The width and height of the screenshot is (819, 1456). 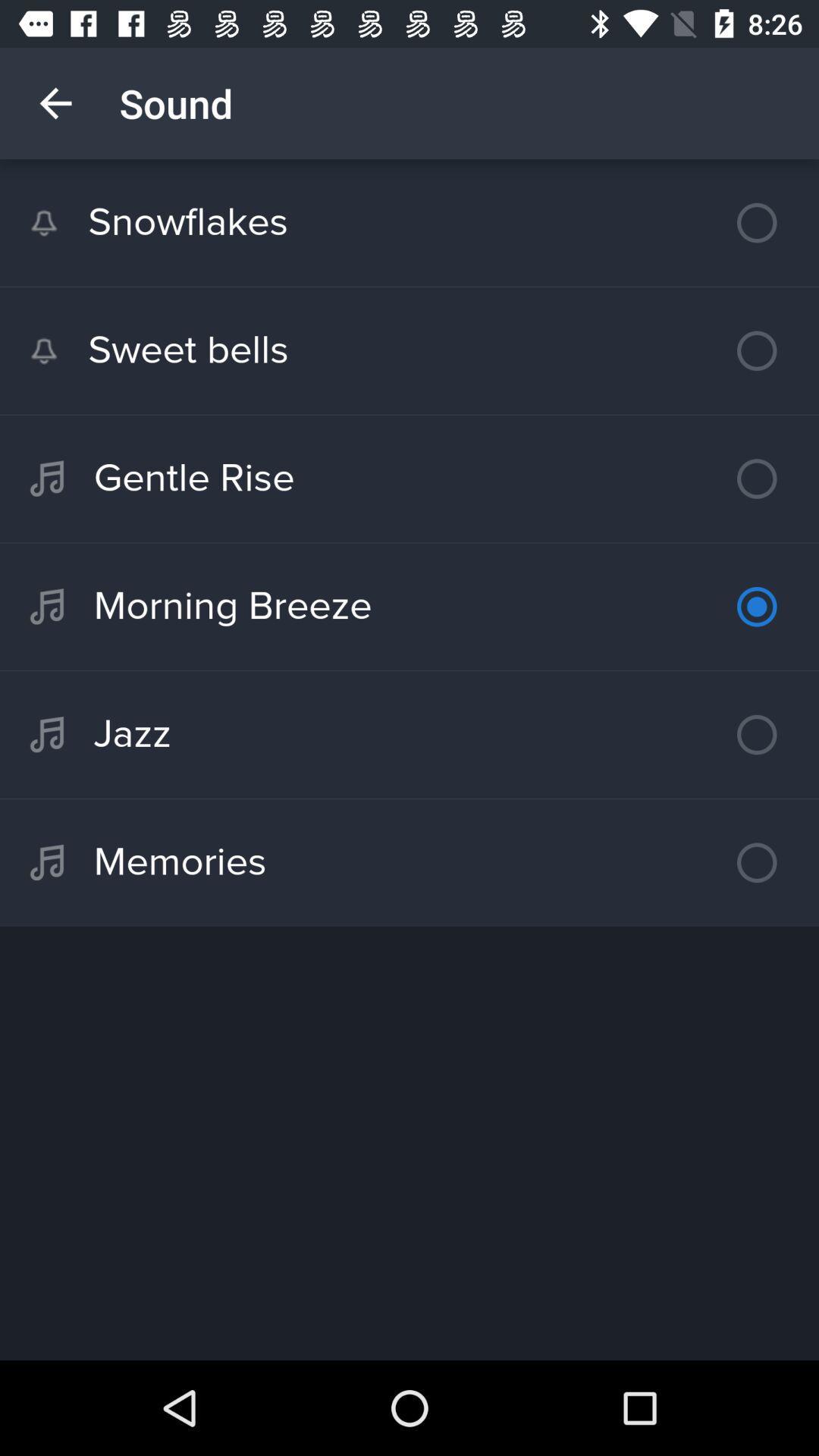 What do you see at coordinates (409, 350) in the screenshot?
I see `the item above gentle rise item` at bounding box center [409, 350].